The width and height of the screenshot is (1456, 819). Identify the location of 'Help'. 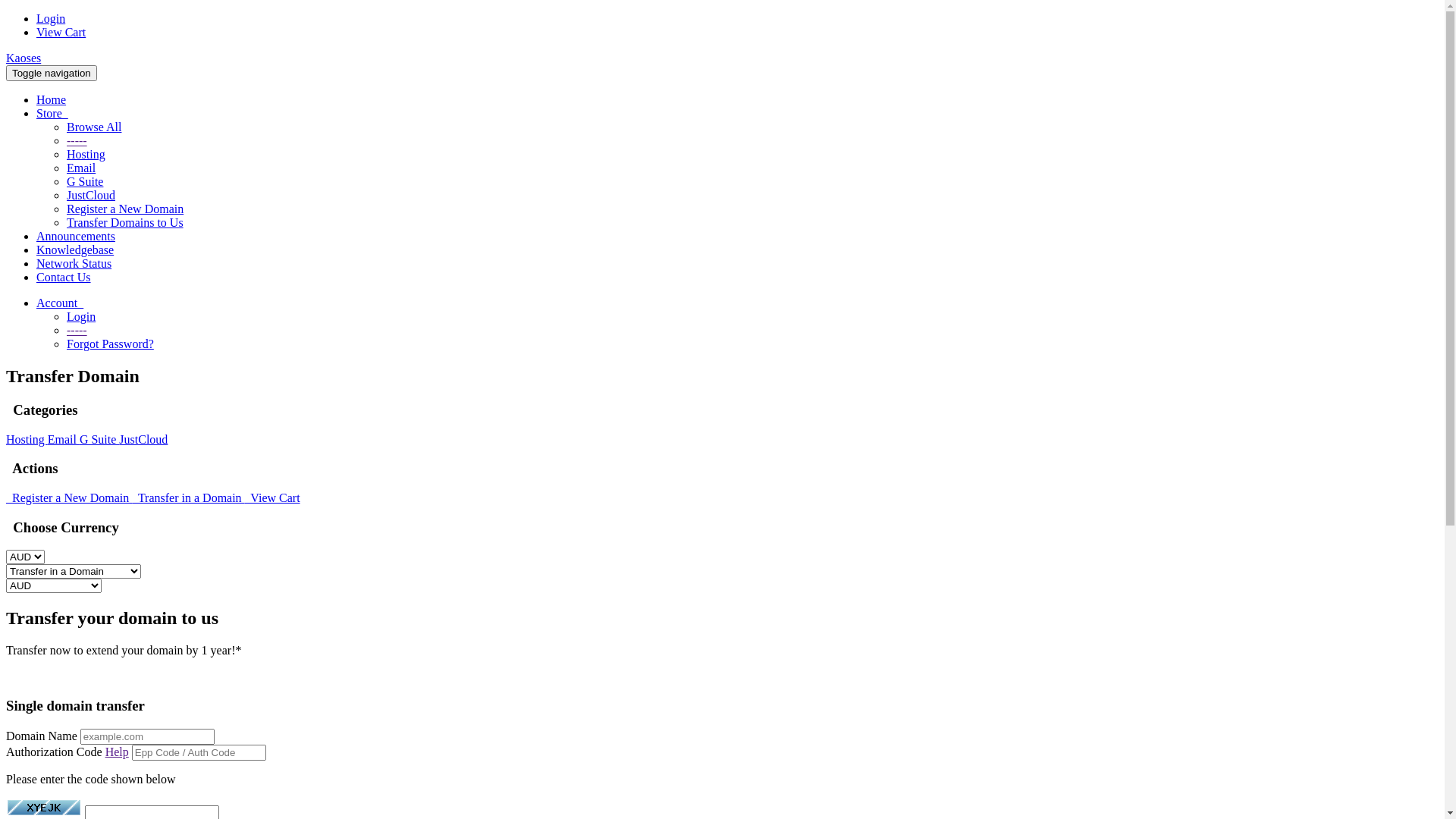
(116, 752).